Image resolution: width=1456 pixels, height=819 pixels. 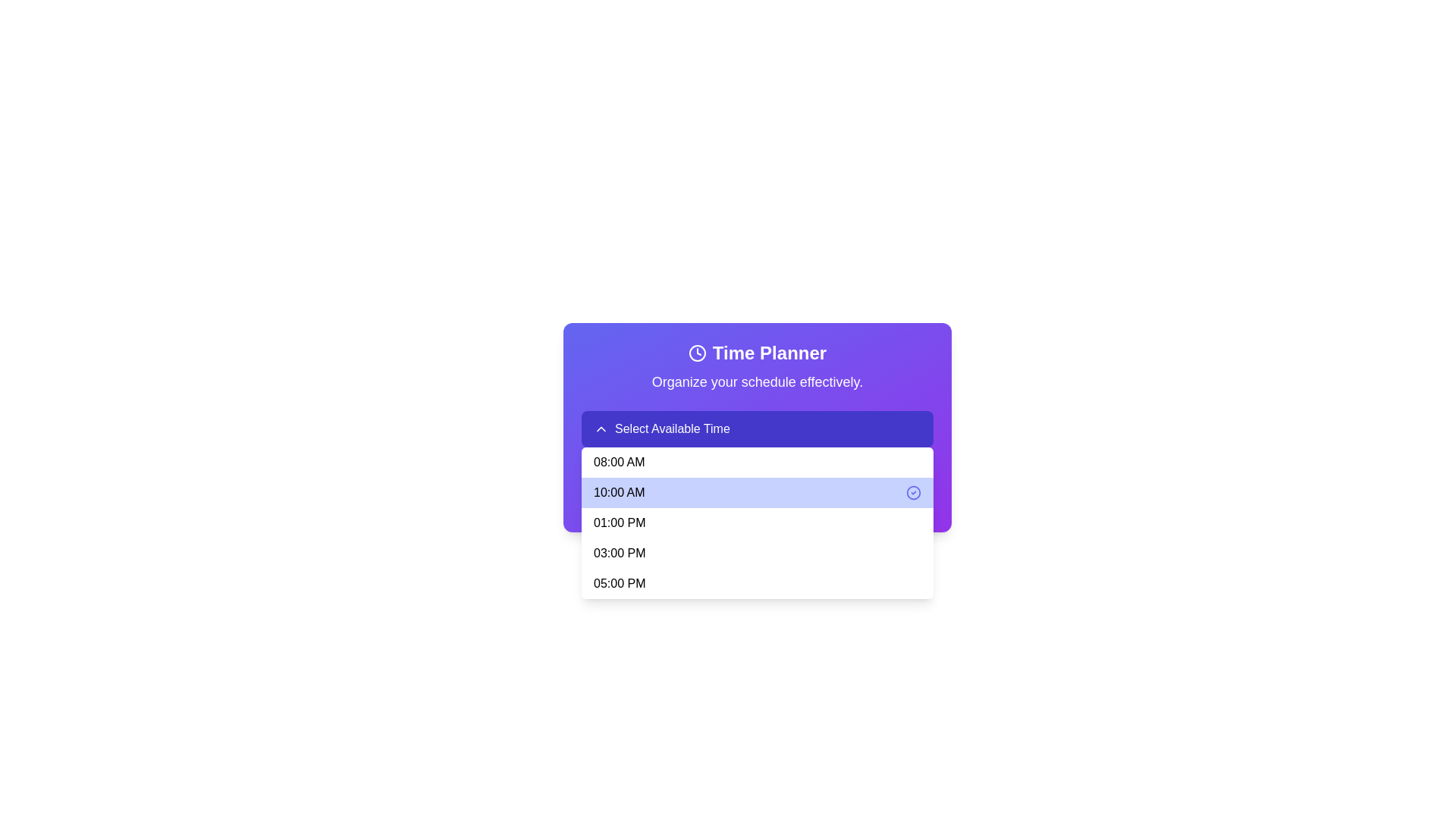 I want to click on the third option in the dropdown menu labeled '01:00 PM' to change its background color, so click(x=757, y=522).